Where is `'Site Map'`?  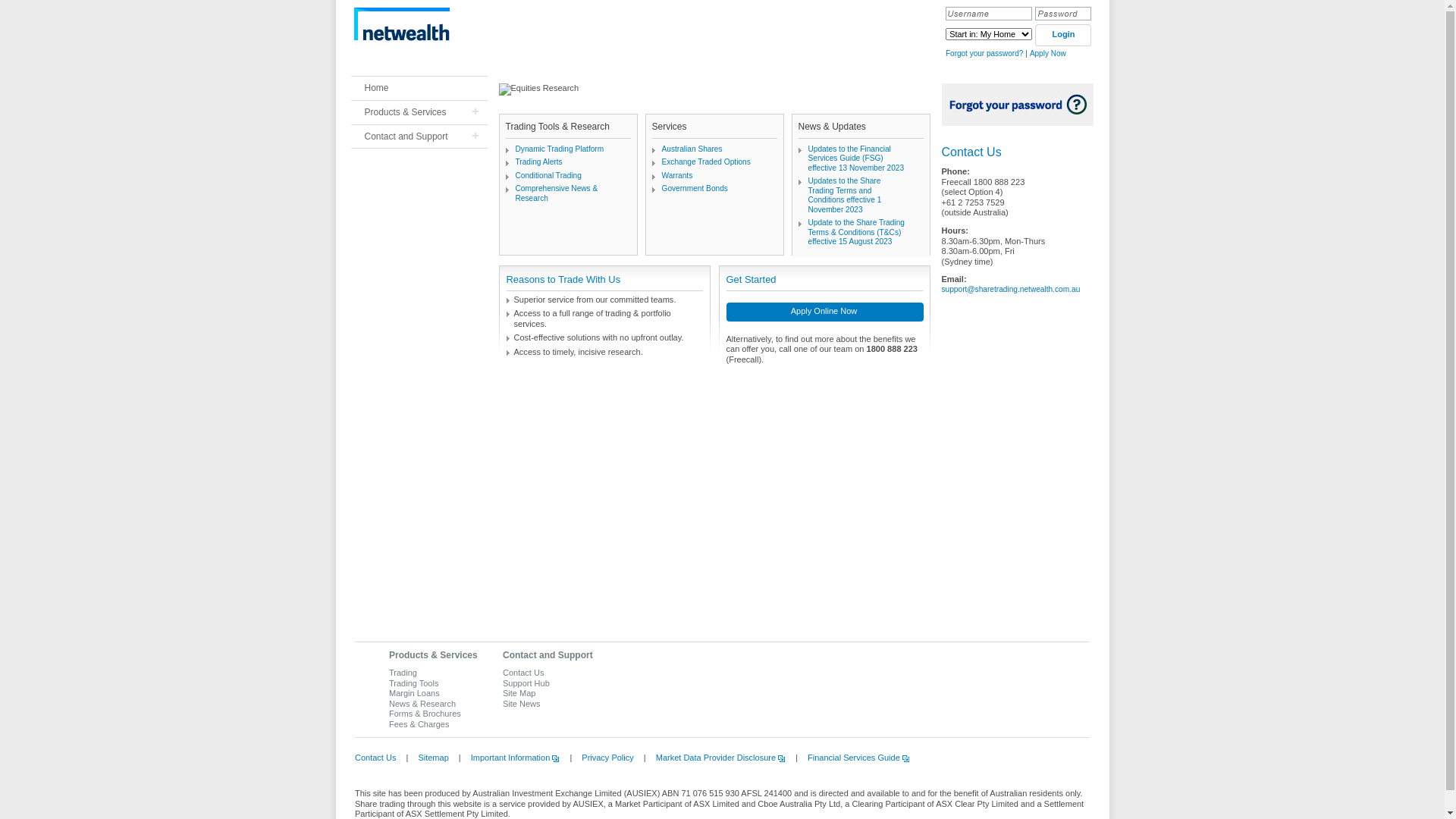 'Site Map' is located at coordinates (502, 693).